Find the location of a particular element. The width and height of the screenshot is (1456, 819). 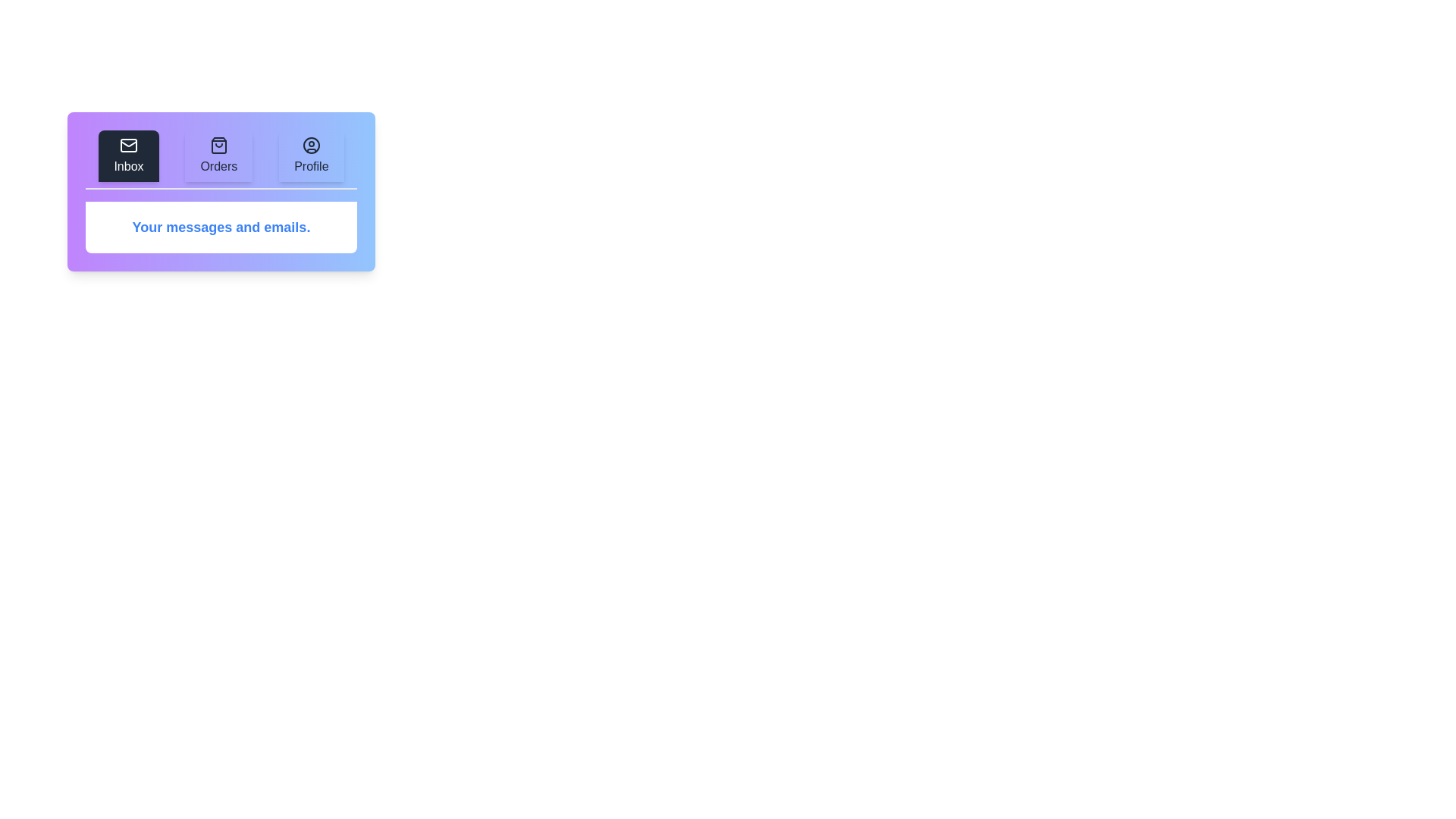

the tab labeled Profile to observe its hover effect is located at coordinates (310, 155).